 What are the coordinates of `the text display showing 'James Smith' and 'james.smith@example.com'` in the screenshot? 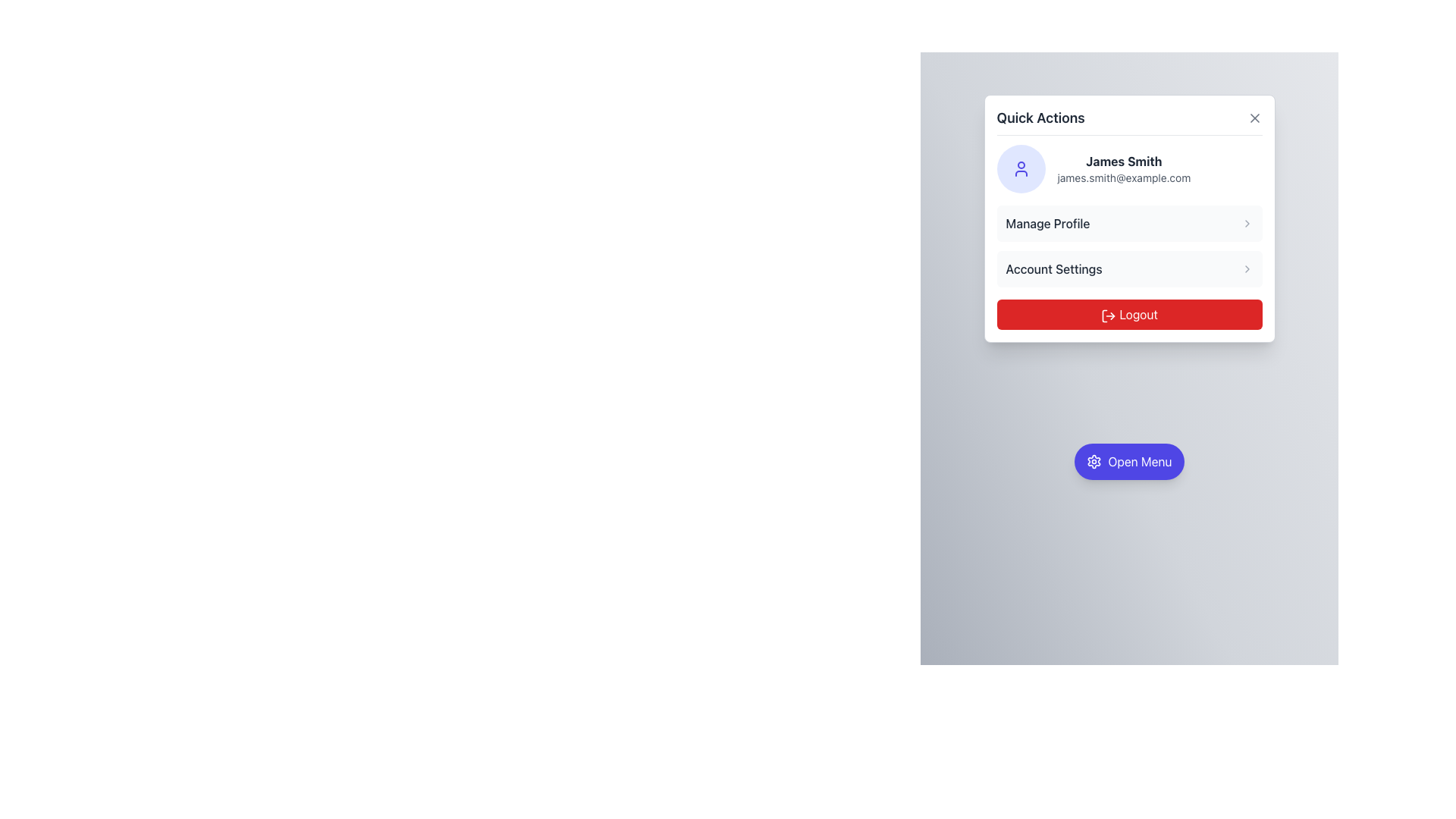 It's located at (1124, 169).